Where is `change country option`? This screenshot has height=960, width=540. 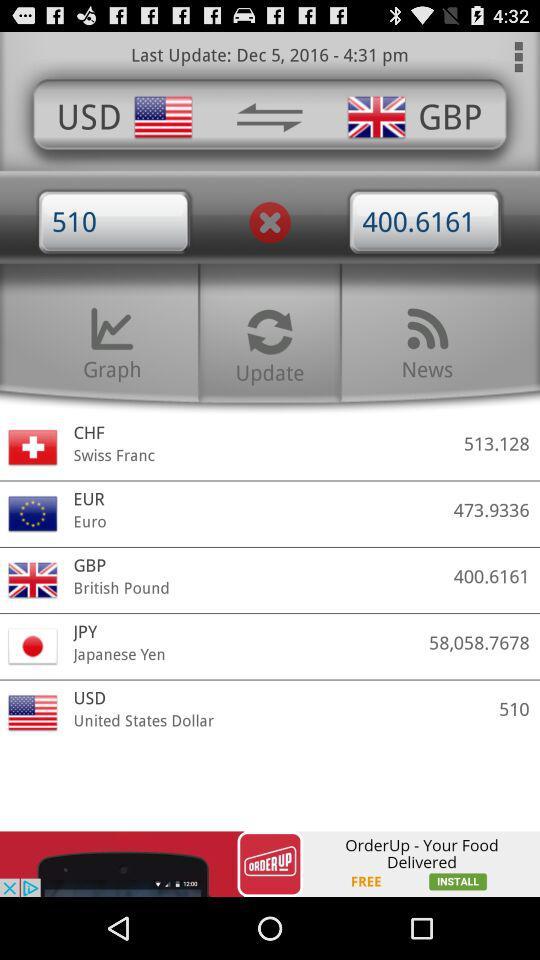
change country option is located at coordinates (269, 117).